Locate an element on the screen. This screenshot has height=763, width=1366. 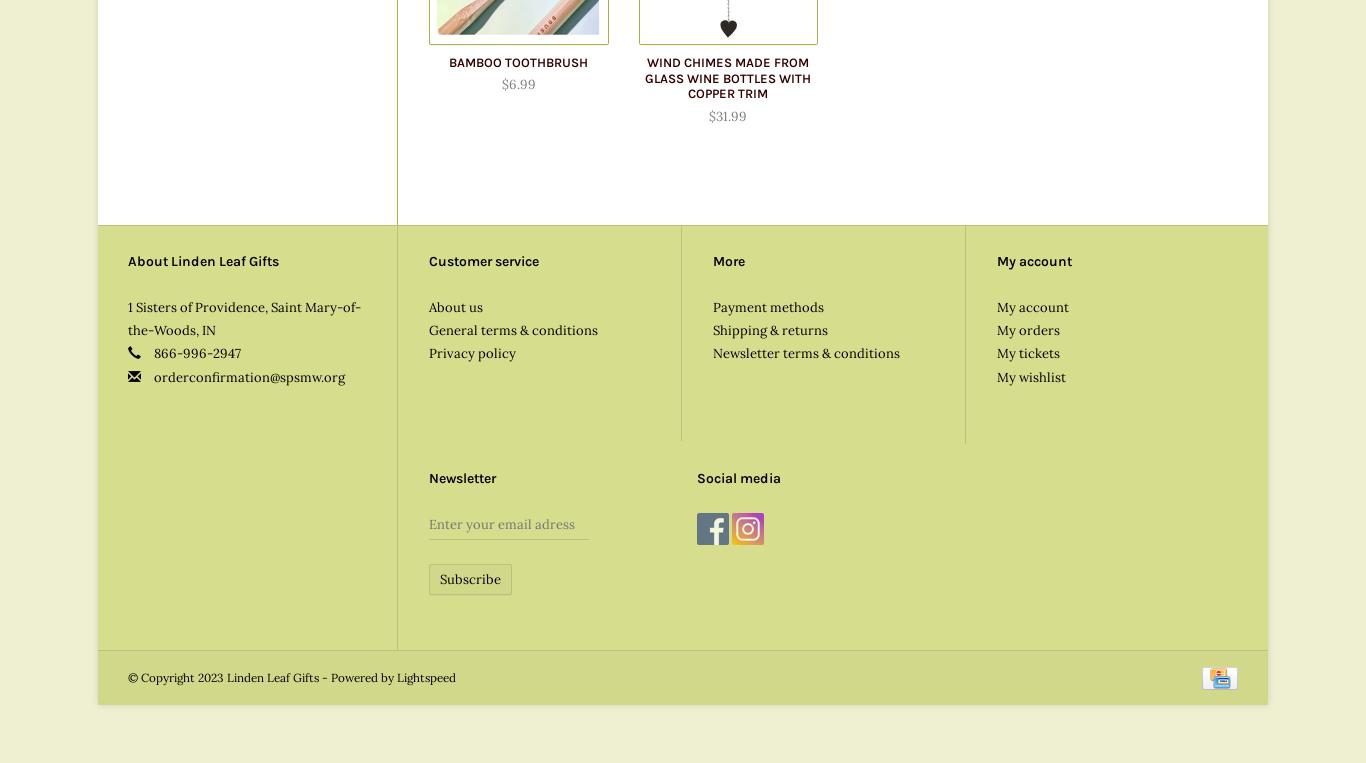
'My orders' is located at coordinates (997, 328).